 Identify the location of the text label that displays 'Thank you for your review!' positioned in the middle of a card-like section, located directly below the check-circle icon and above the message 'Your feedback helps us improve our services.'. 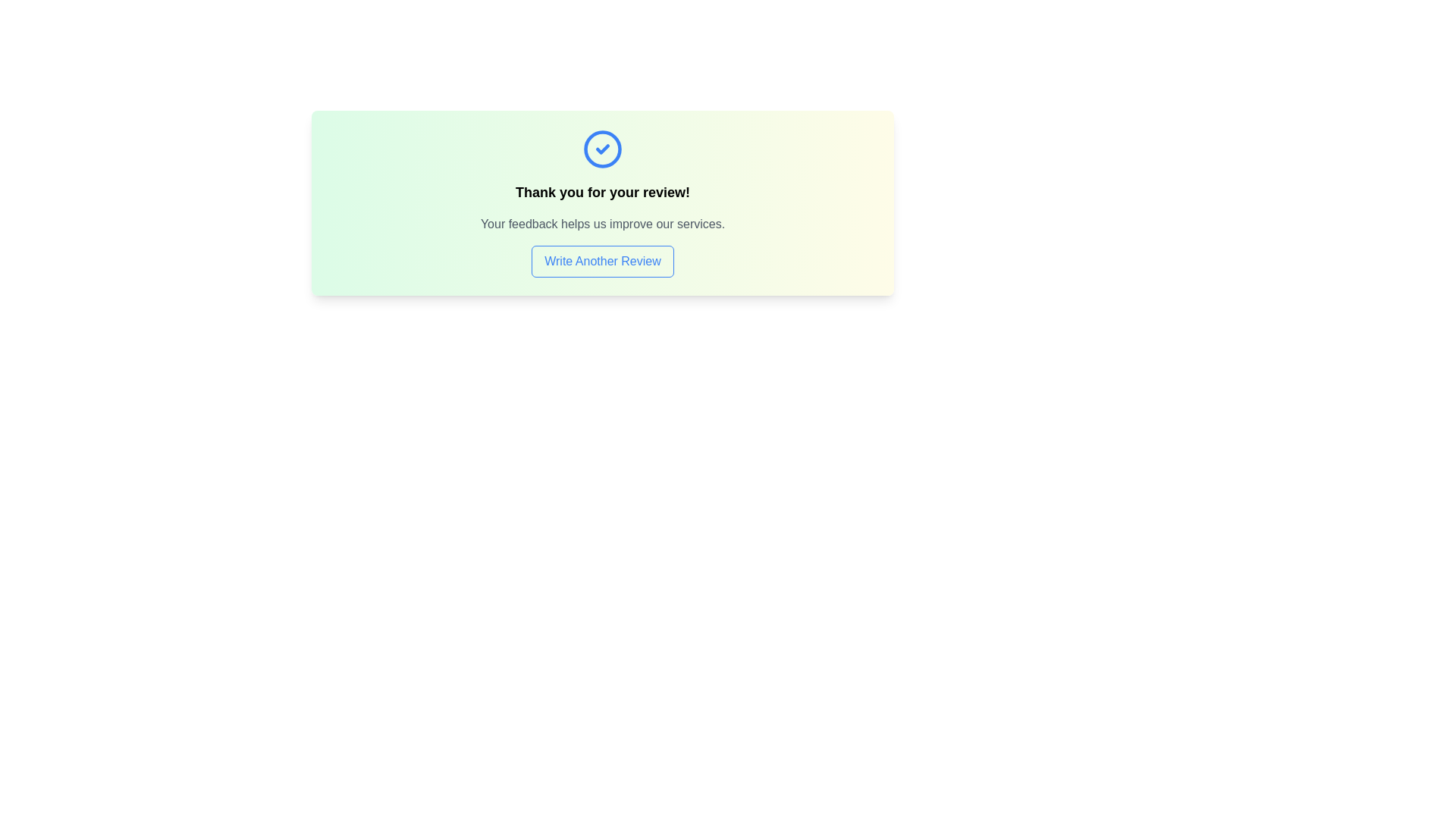
(602, 192).